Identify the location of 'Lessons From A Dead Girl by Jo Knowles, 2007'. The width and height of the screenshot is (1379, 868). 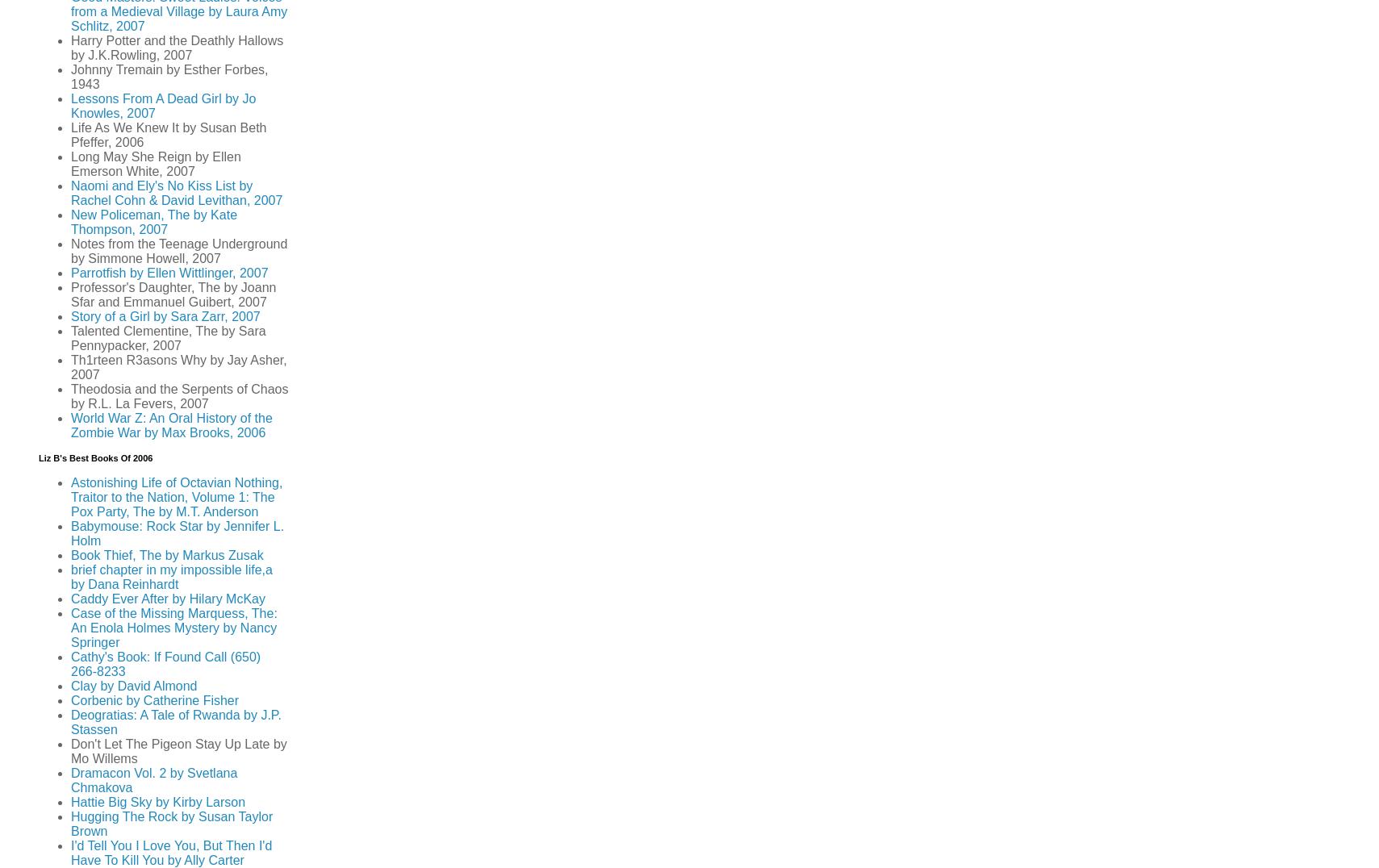
(162, 105).